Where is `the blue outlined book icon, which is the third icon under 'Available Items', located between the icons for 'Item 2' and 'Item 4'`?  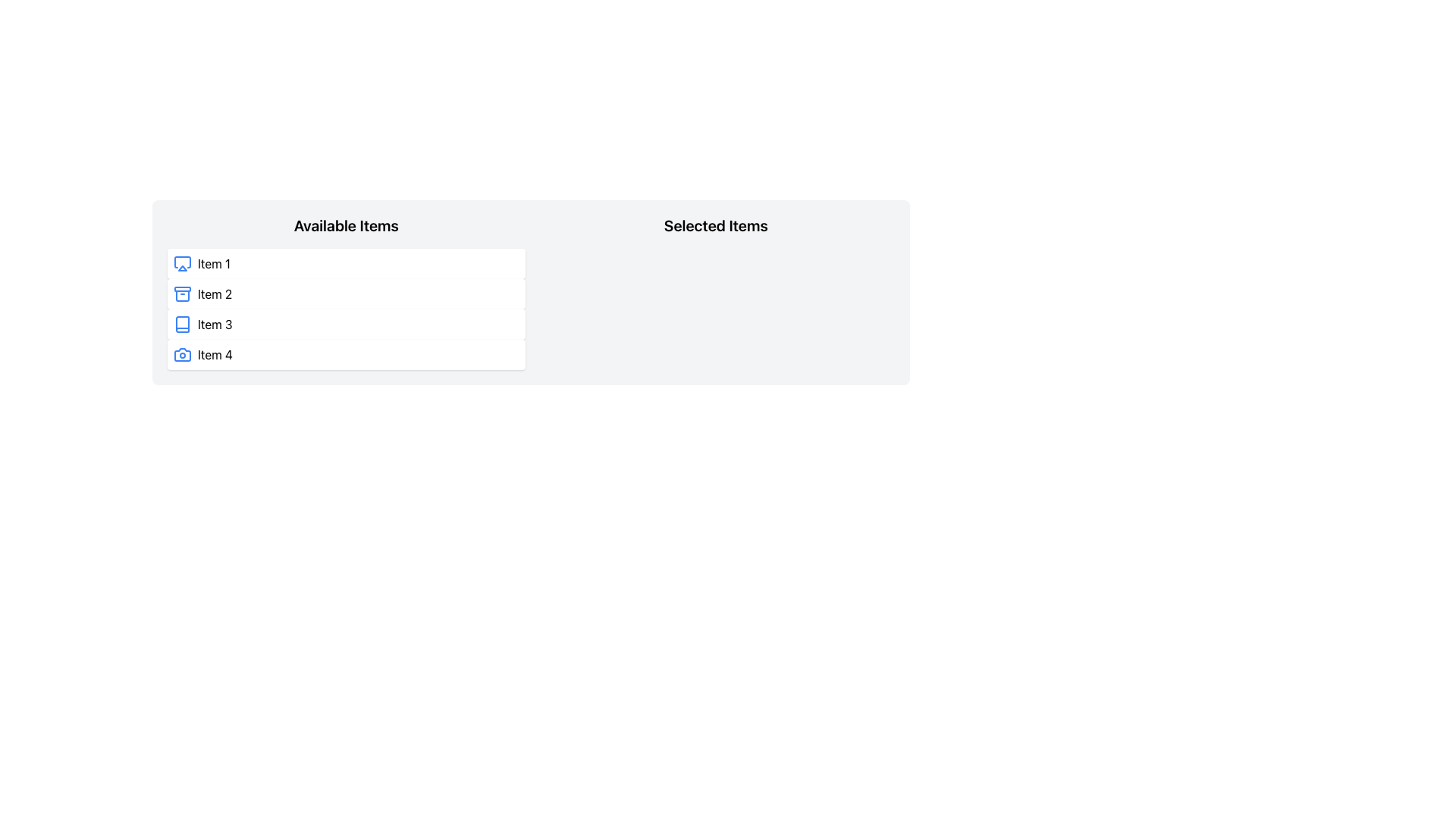
the blue outlined book icon, which is the third icon under 'Available Items', located between the icons for 'Item 2' and 'Item 4' is located at coordinates (182, 324).